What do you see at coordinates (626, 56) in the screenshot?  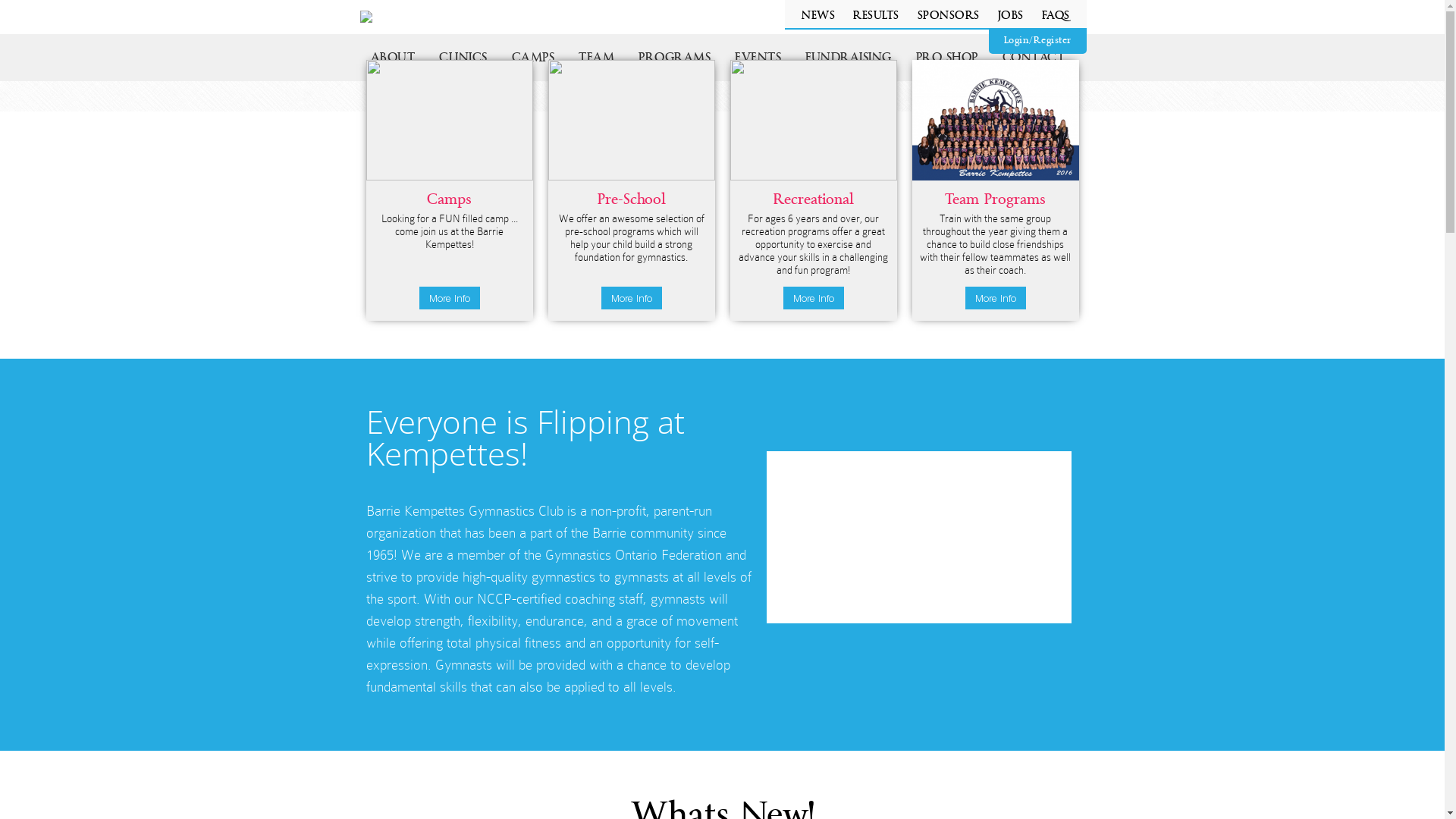 I see `'PROGRAMS'` at bounding box center [626, 56].